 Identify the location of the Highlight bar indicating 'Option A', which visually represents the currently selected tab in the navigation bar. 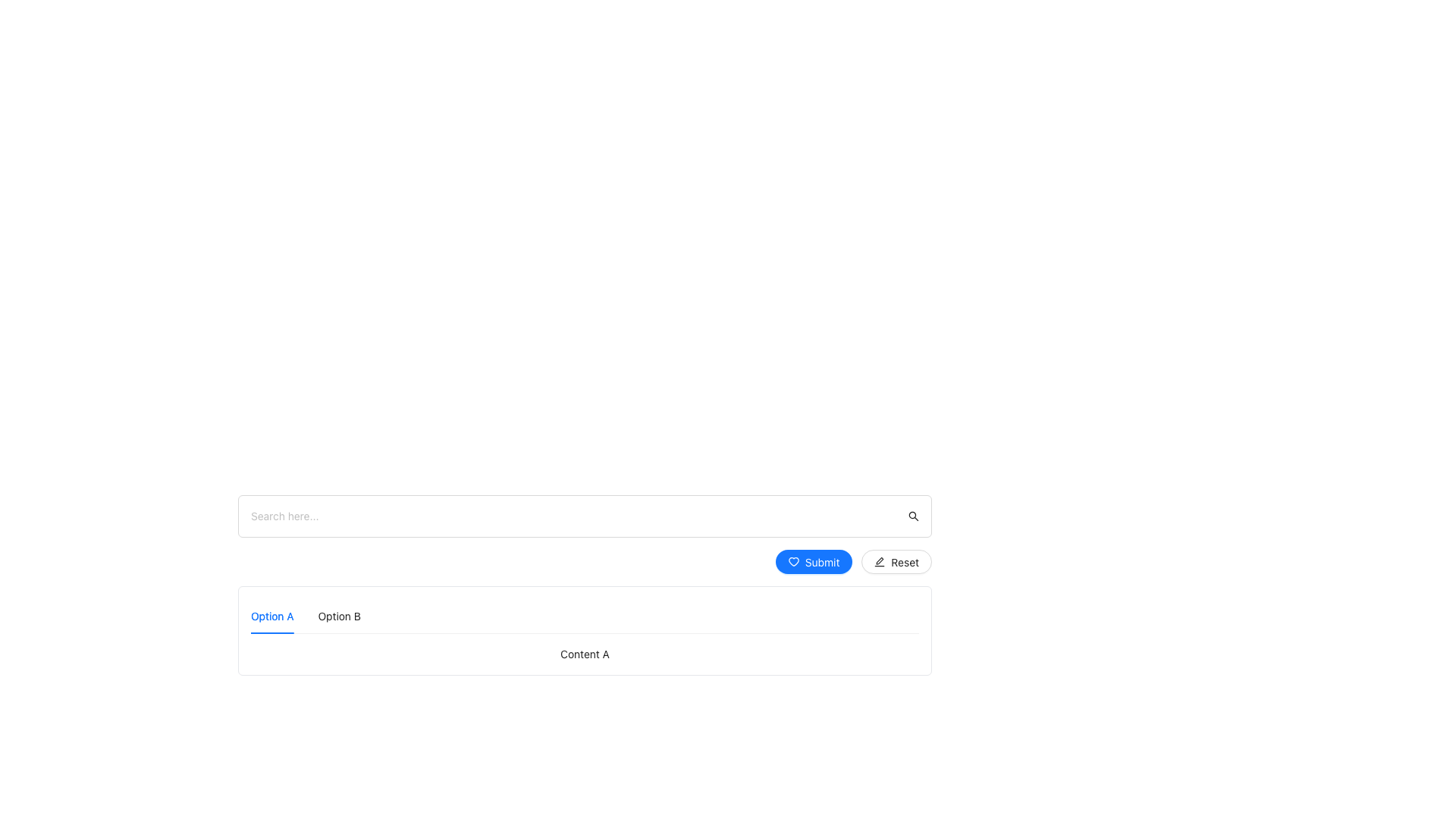
(272, 632).